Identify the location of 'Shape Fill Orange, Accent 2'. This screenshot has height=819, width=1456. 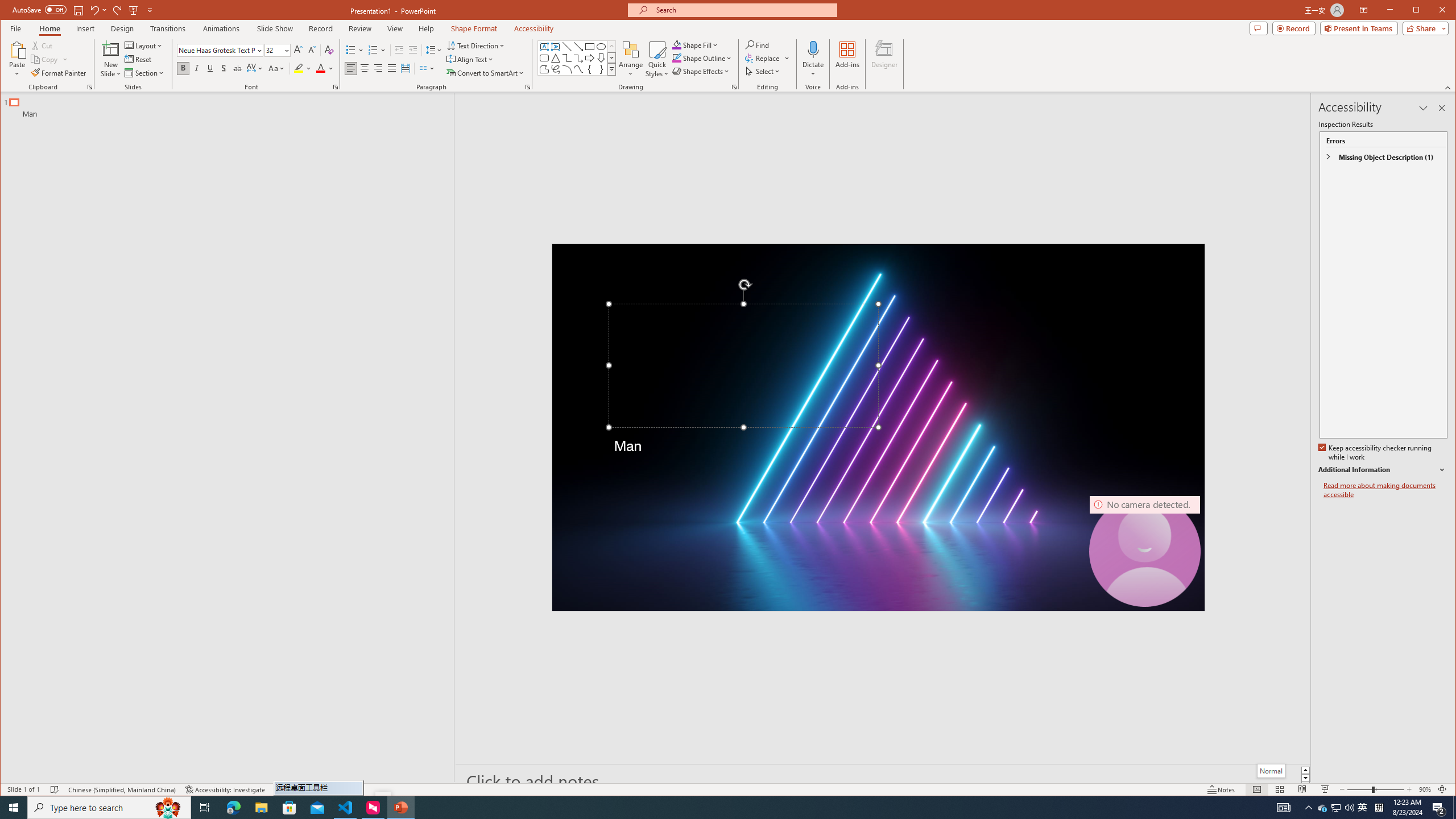
(677, 44).